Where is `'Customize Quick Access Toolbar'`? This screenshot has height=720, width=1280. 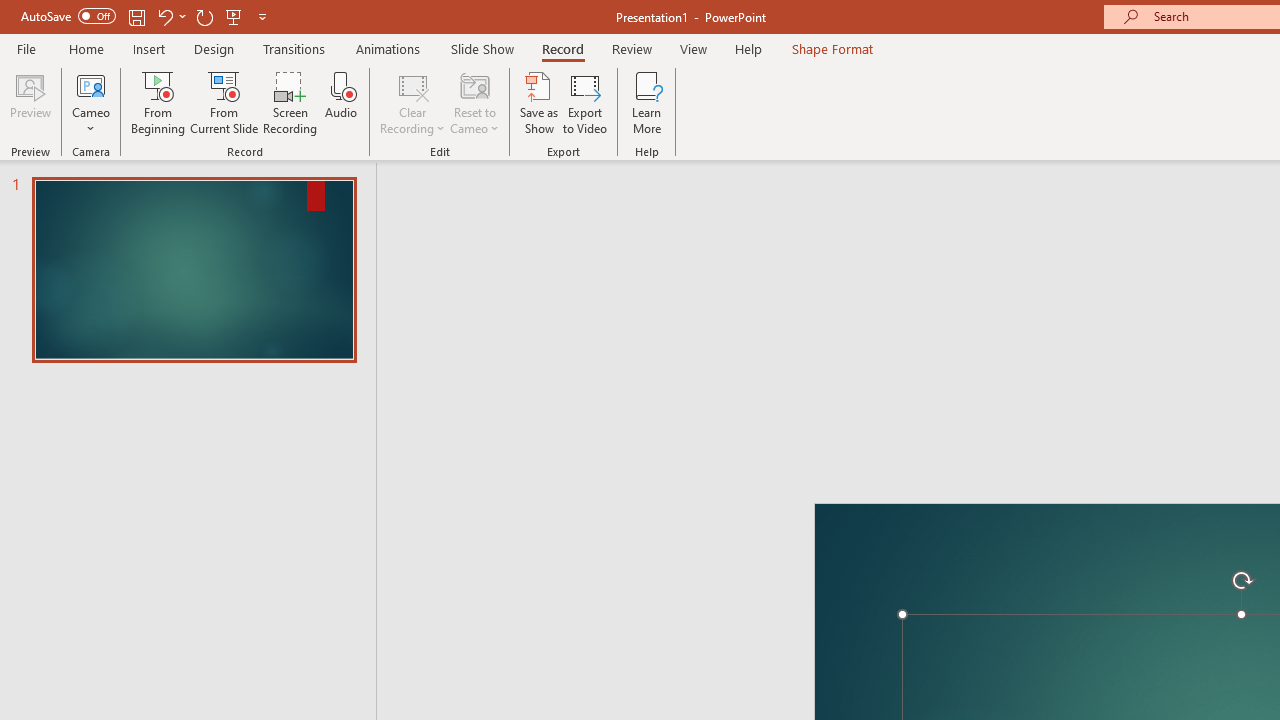 'Customize Quick Access Toolbar' is located at coordinates (262, 16).